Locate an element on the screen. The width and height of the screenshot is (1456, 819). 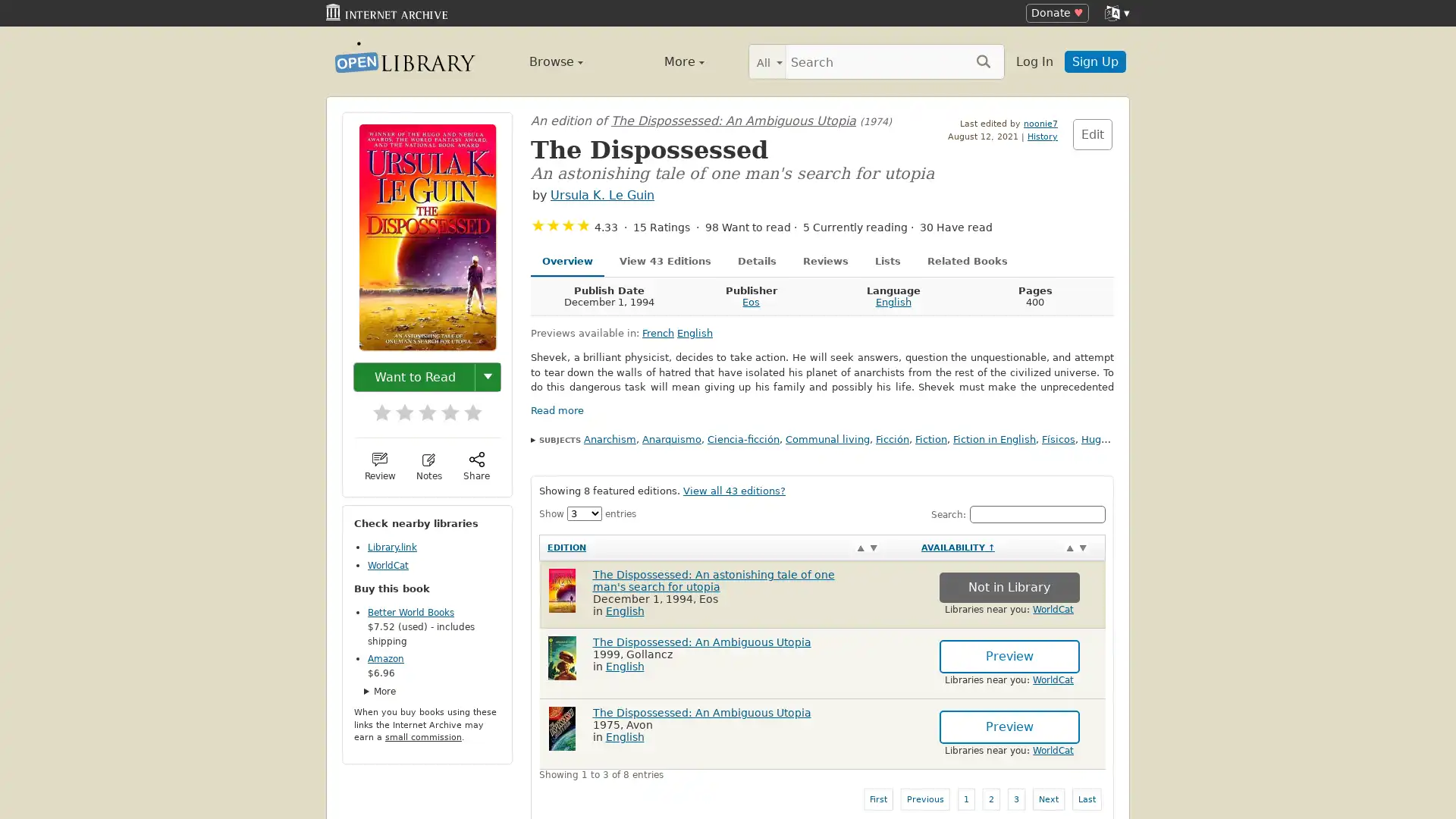
2 is located at coordinates (397, 406).